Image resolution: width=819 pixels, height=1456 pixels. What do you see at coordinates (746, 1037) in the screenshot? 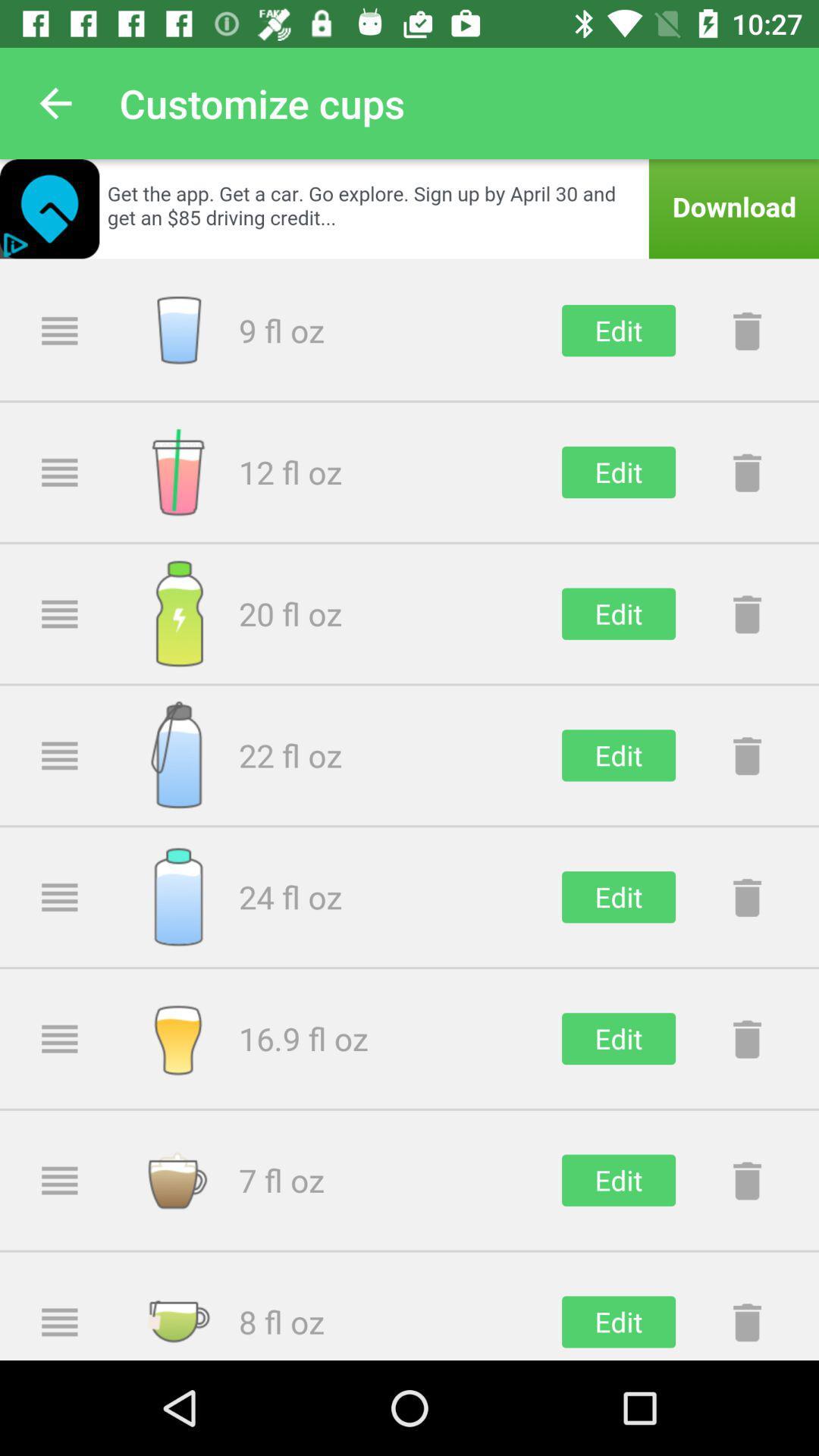
I see `delete button` at bounding box center [746, 1037].